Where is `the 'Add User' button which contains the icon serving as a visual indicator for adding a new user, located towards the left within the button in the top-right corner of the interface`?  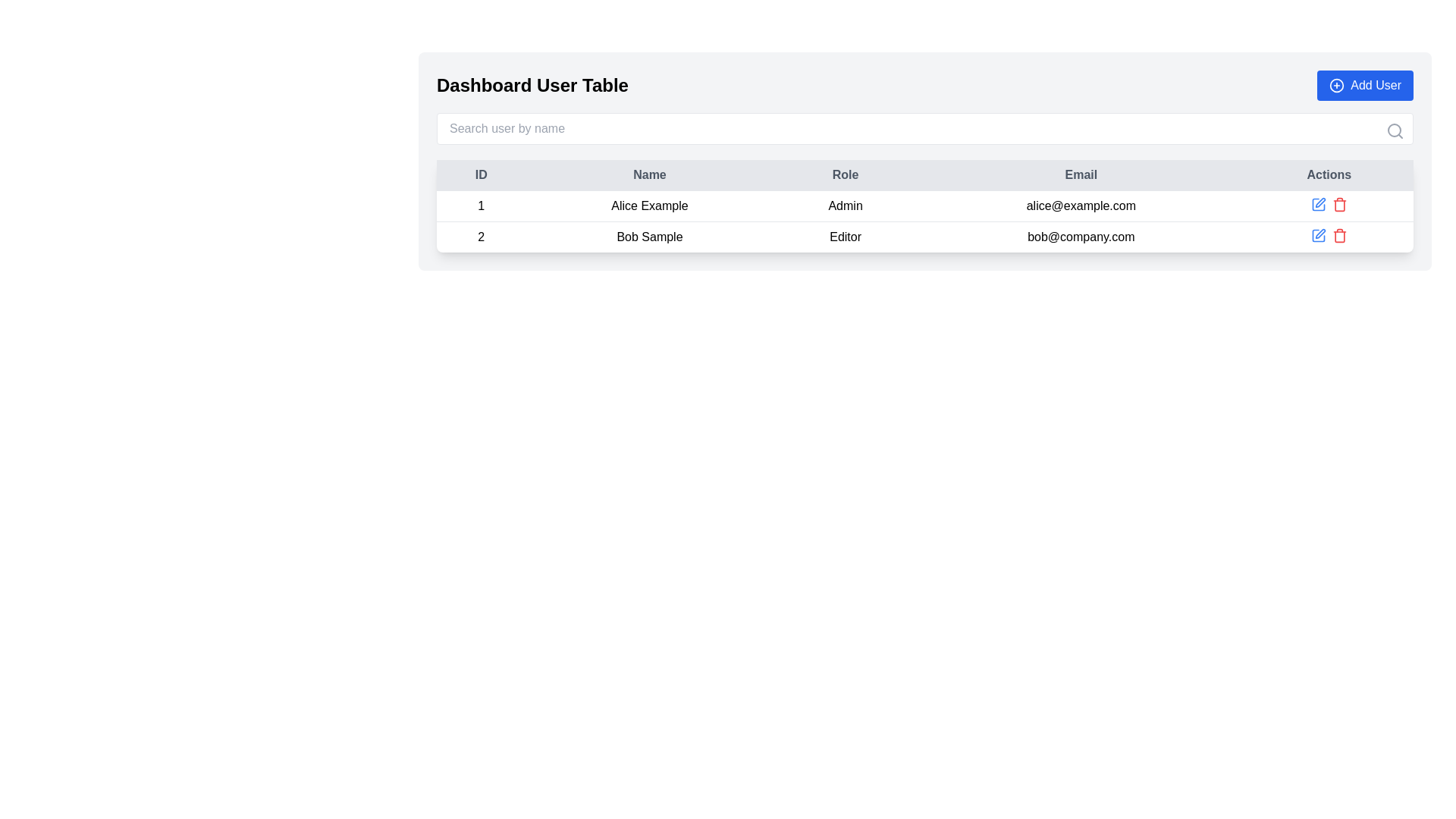 the 'Add User' button which contains the icon serving as a visual indicator for adding a new user, located towards the left within the button in the top-right corner of the interface is located at coordinates (1337, 85).